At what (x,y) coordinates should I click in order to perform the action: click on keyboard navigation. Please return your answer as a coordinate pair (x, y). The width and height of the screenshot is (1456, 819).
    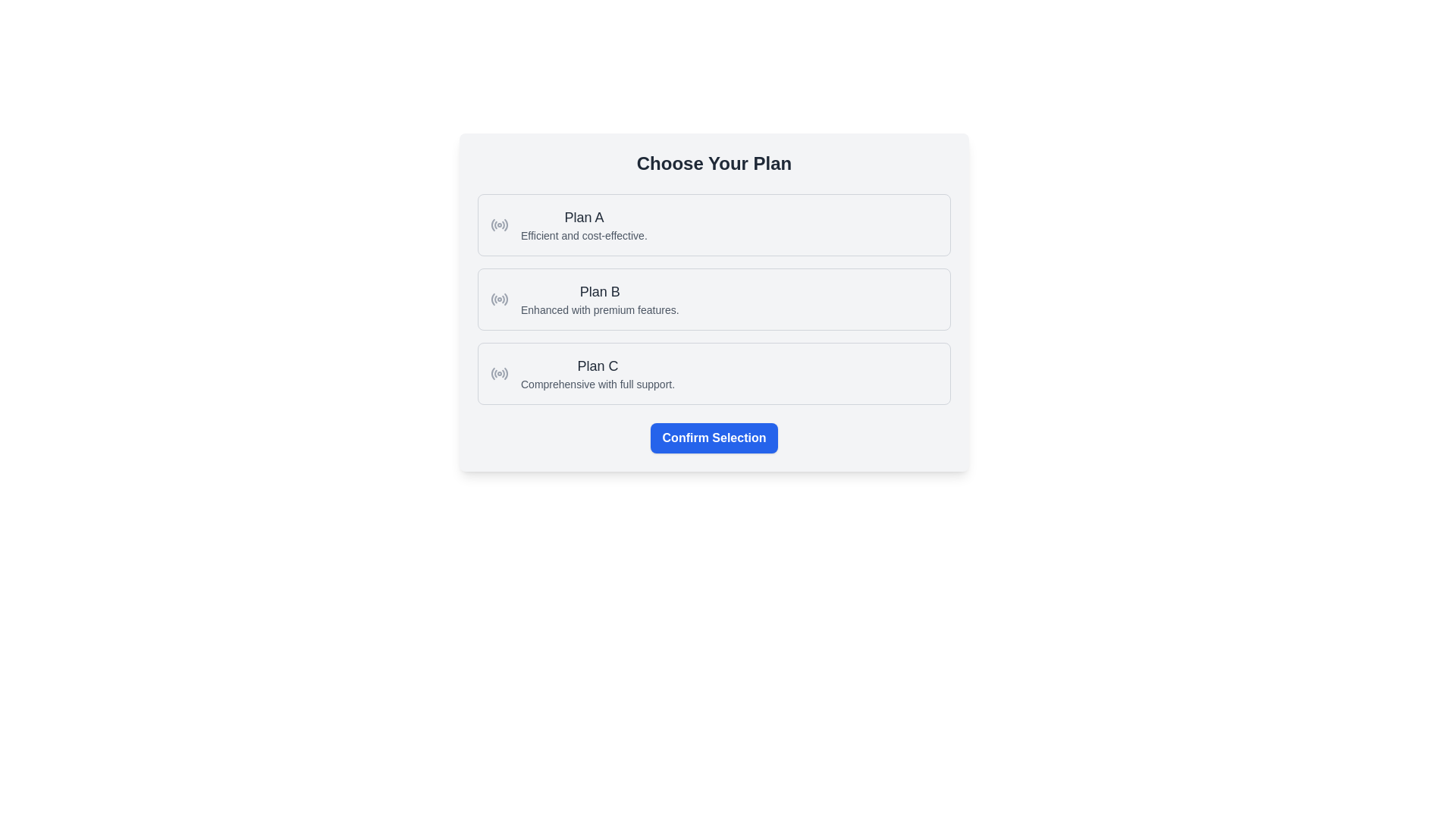
    Looking at the image, I should click on (713, 299).